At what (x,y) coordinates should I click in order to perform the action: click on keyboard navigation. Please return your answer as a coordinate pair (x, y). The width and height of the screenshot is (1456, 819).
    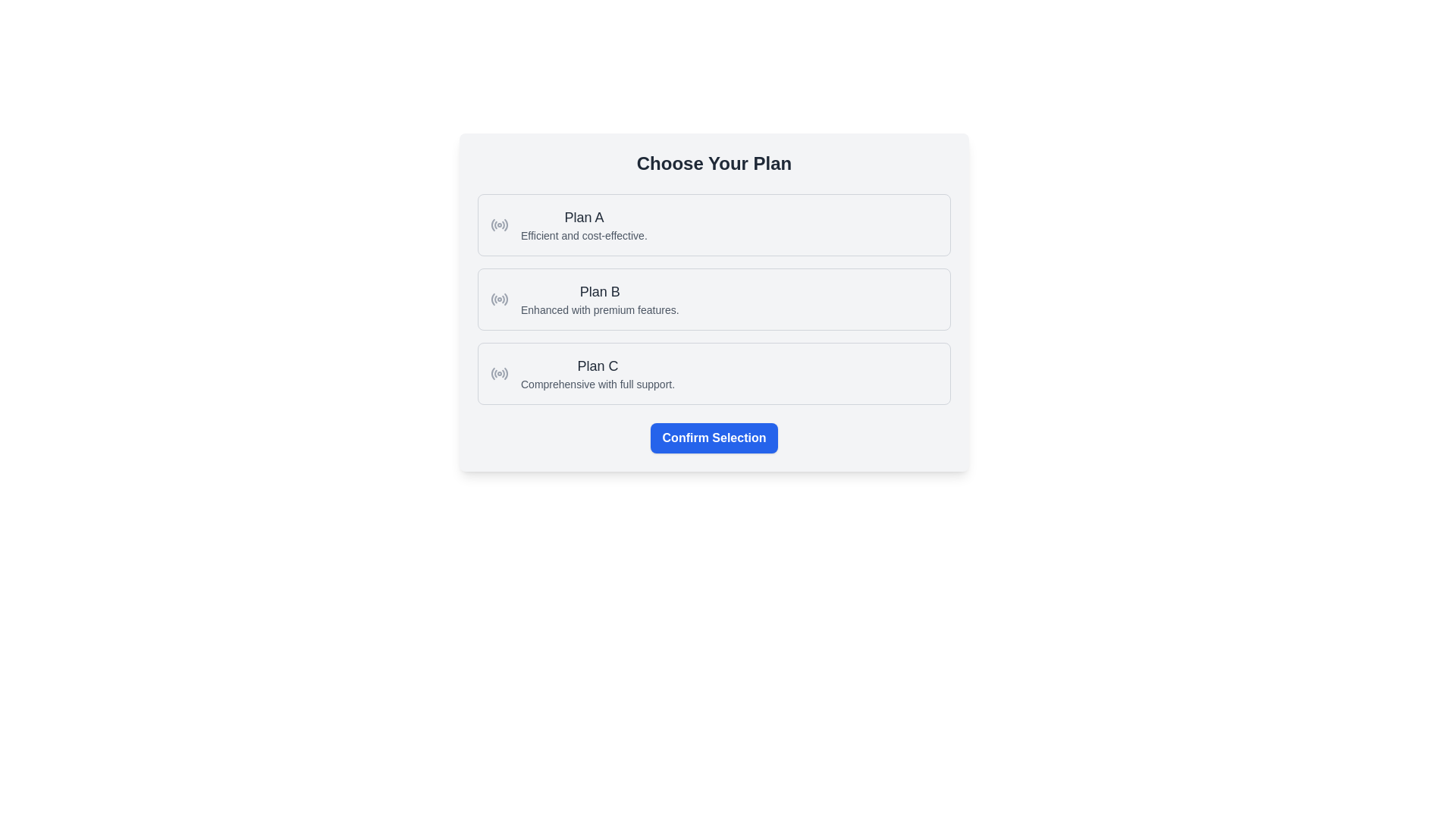
    Looking at the image, I should click on (713, 299).